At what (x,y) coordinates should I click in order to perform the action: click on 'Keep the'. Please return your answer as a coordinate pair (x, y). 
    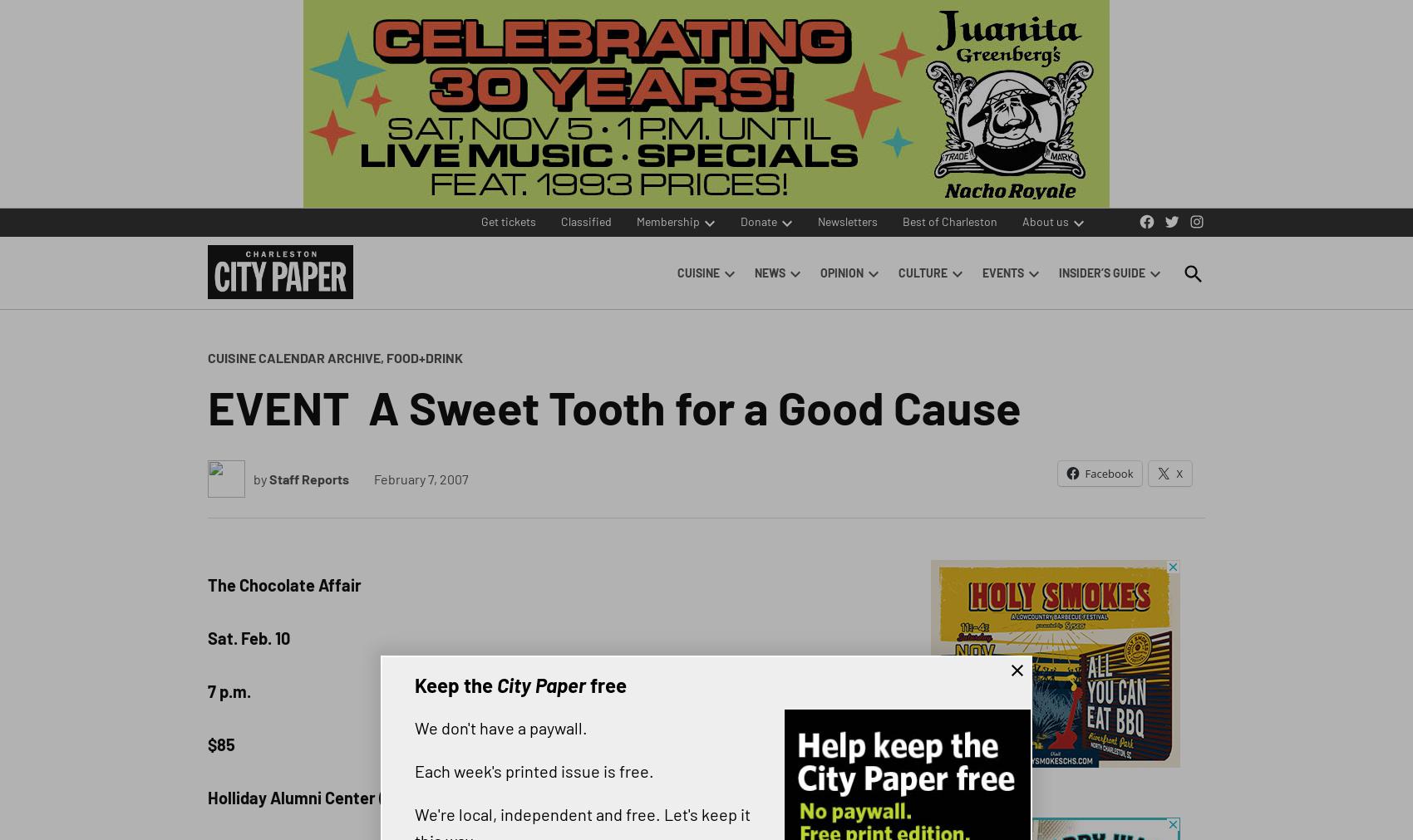
    Looking at the image, I should click on (413, 684).